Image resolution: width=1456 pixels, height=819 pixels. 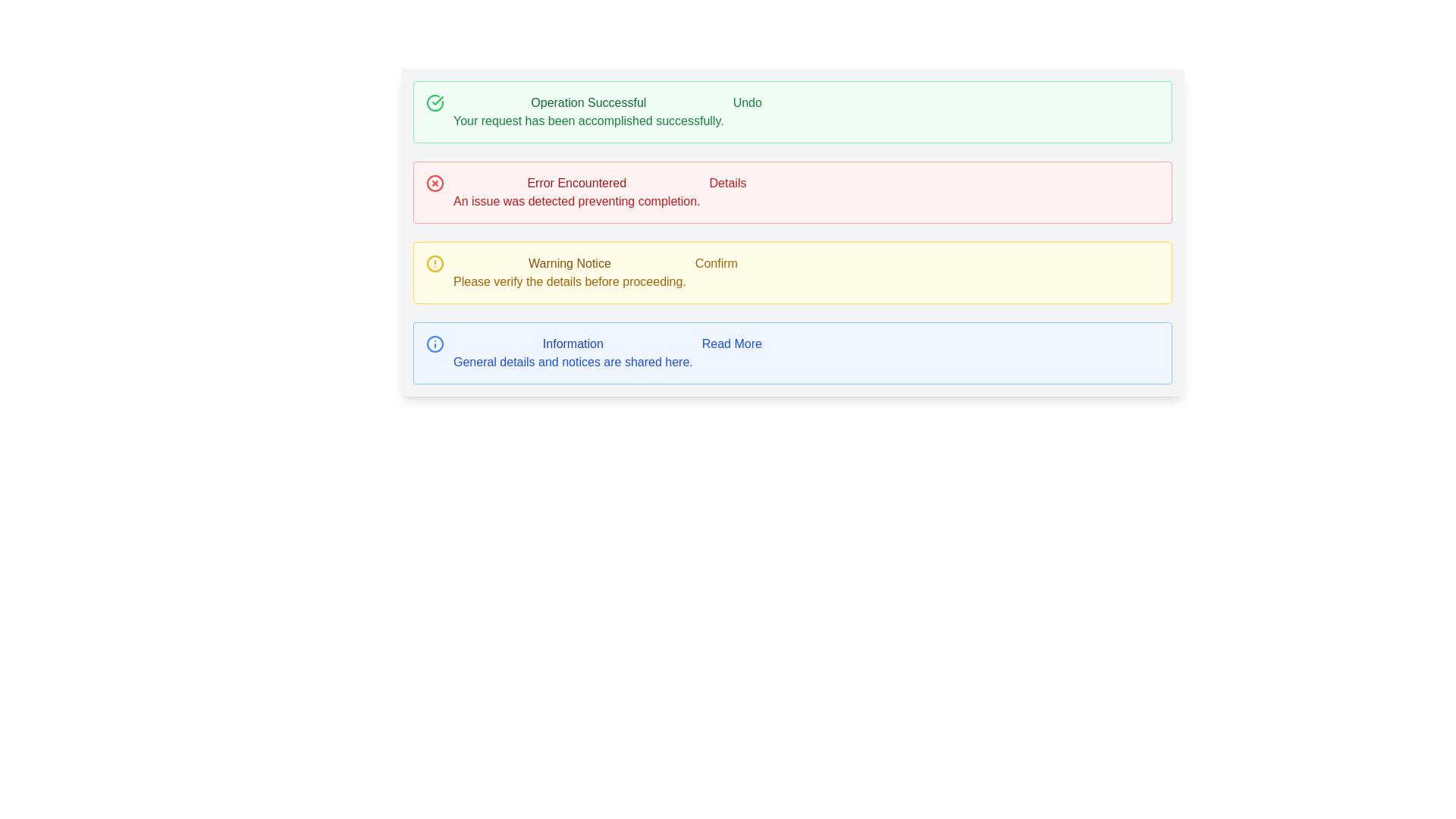 What do you see at coordinates (572, 353) in the screenshot?
I see `the centrally located Text Block within the informational card at the bottom of the notifications, which contains a title and a descriptive explanation` at bounding box center [572, 353].